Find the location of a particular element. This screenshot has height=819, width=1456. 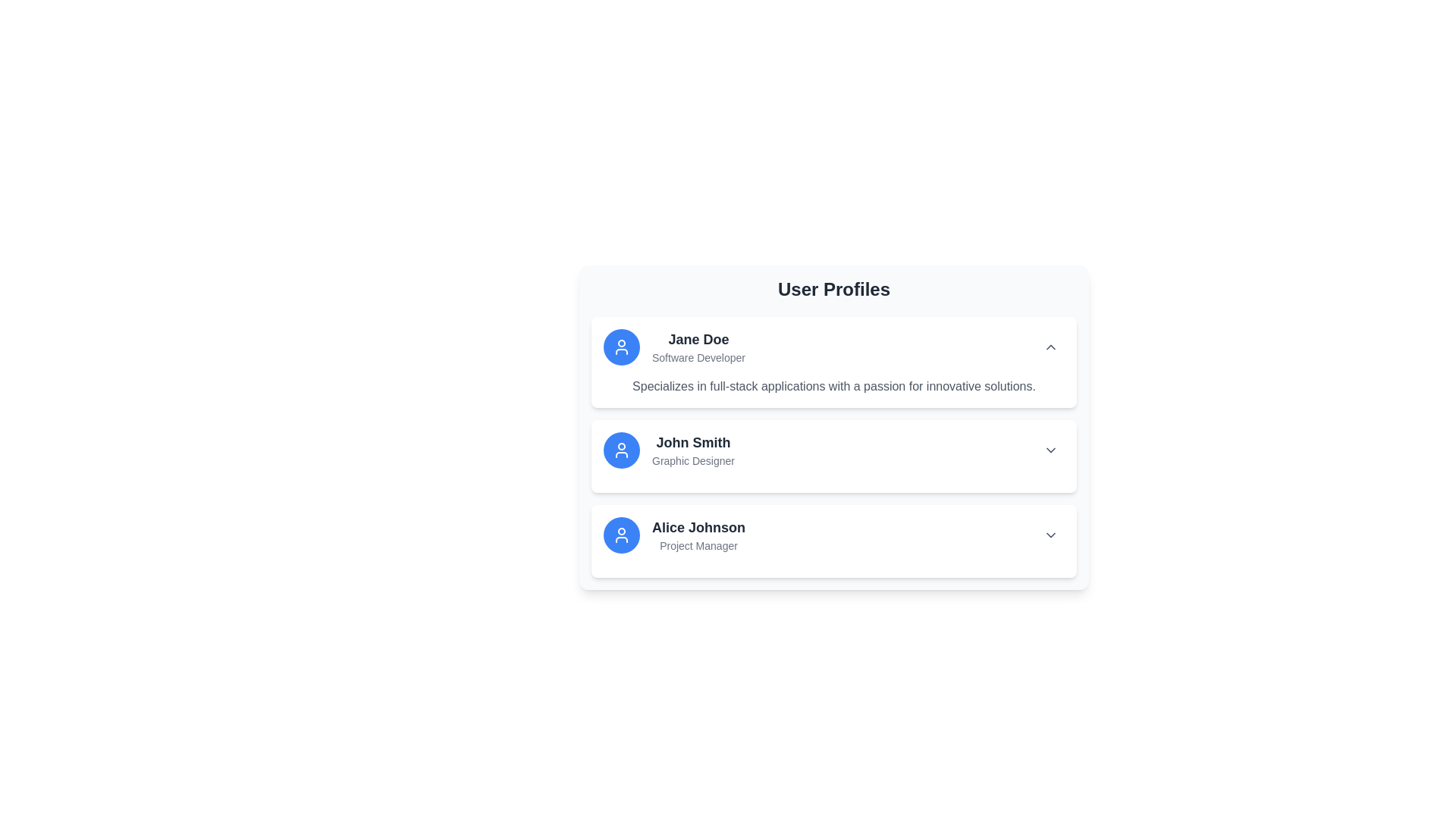

the text 'John Smith' displayed in bold, larger font as the title for the user profile section to read it is located at coordinates (692, 442).